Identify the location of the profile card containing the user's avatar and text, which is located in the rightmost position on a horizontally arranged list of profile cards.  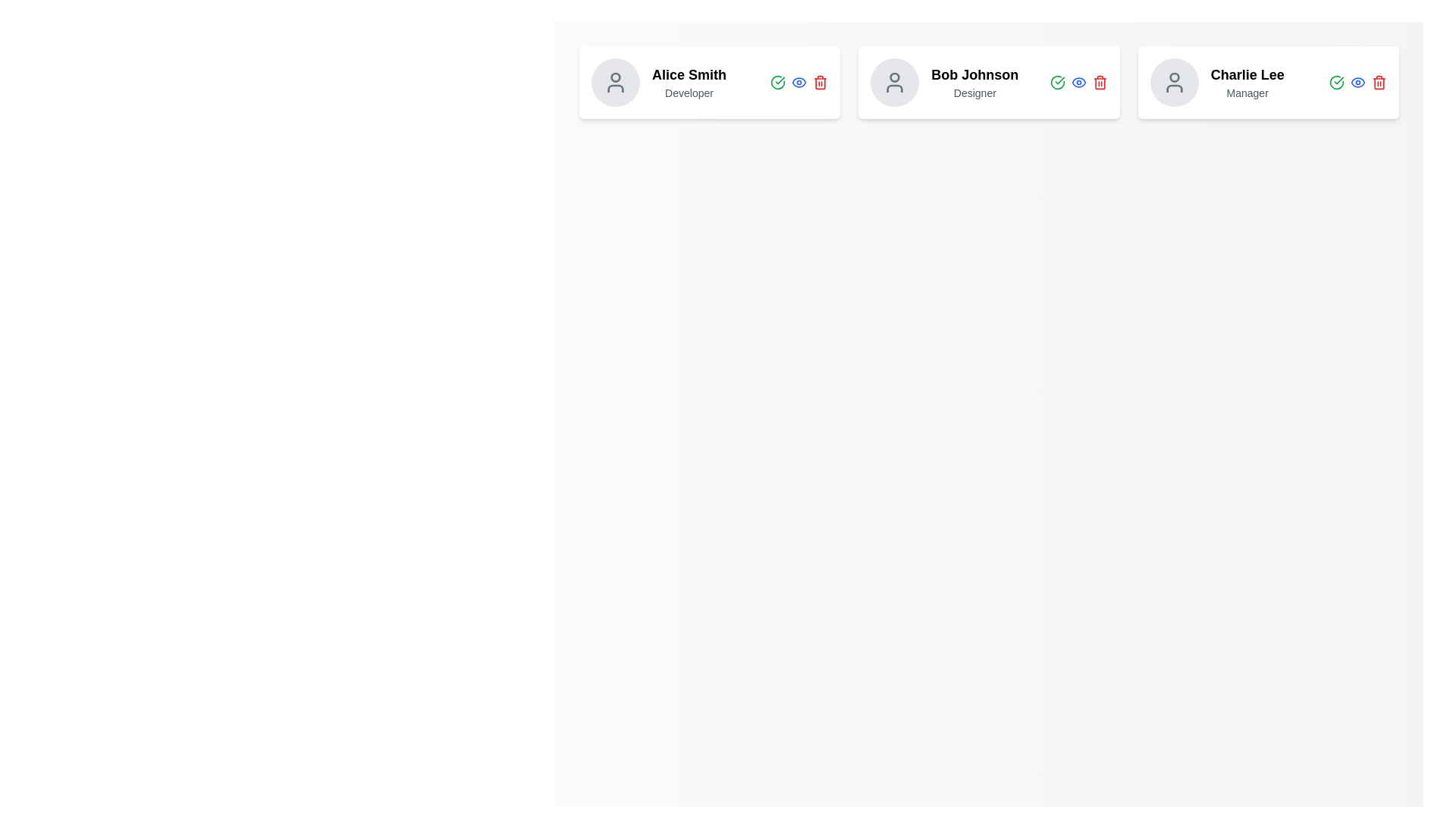
(1217, 82).